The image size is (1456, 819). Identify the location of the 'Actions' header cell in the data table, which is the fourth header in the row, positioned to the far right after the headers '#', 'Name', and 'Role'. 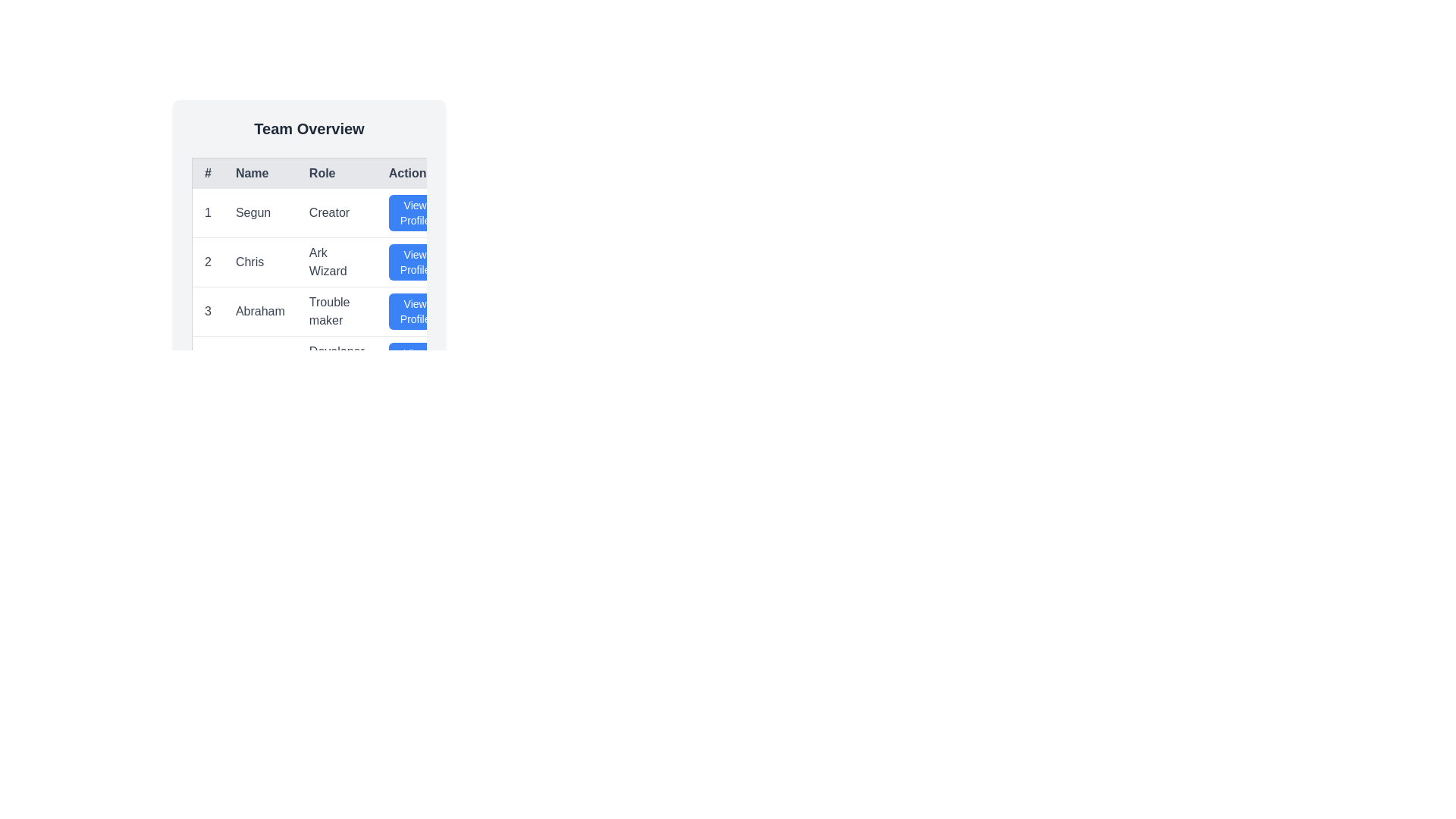
(422, 172).